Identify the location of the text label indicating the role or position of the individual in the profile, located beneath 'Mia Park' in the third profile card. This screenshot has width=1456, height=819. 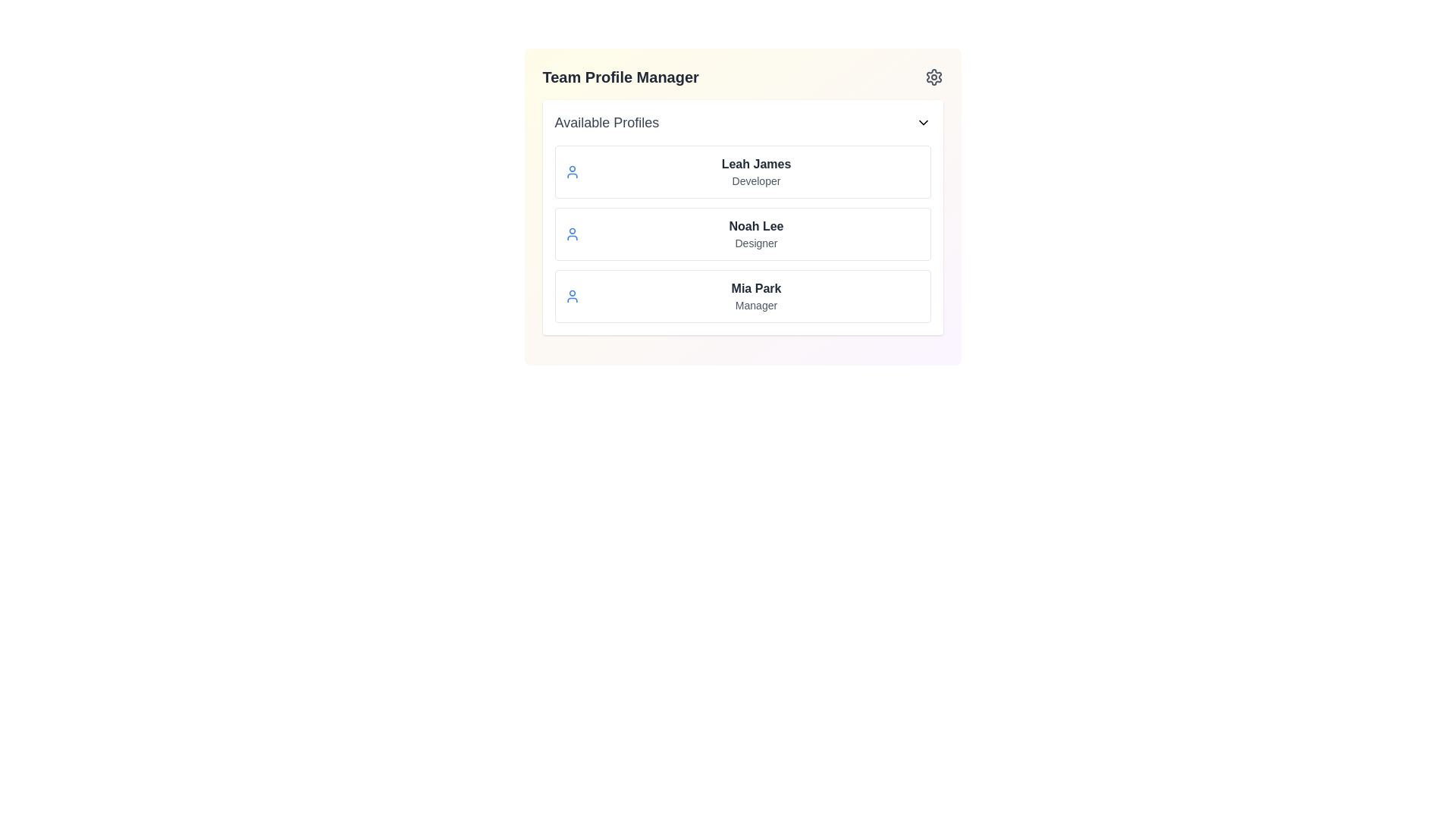
(756, 305).